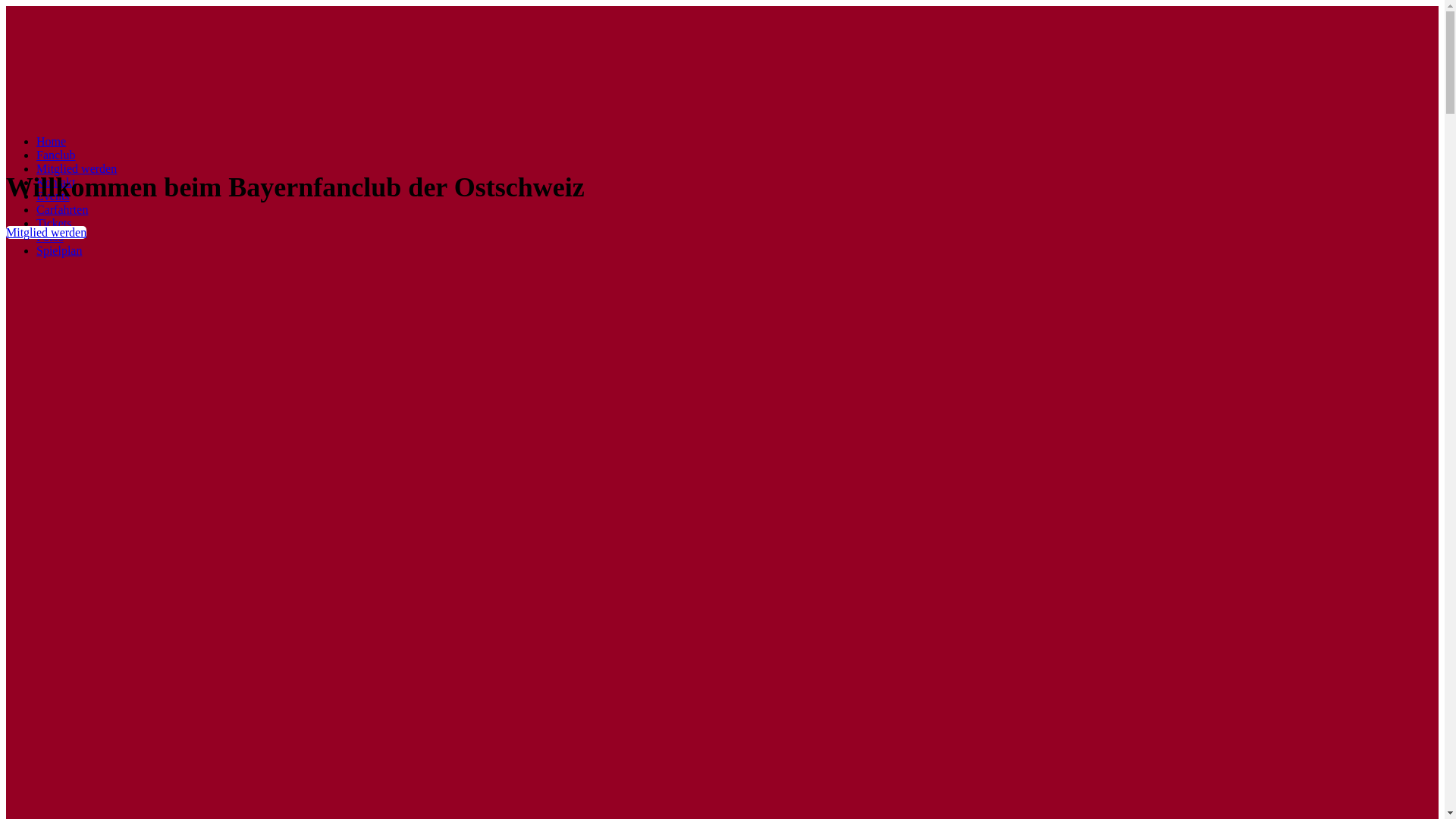 The height and width of the screenshot is (819, 1456). I want to click on 'Fotos', so click(50, 237).